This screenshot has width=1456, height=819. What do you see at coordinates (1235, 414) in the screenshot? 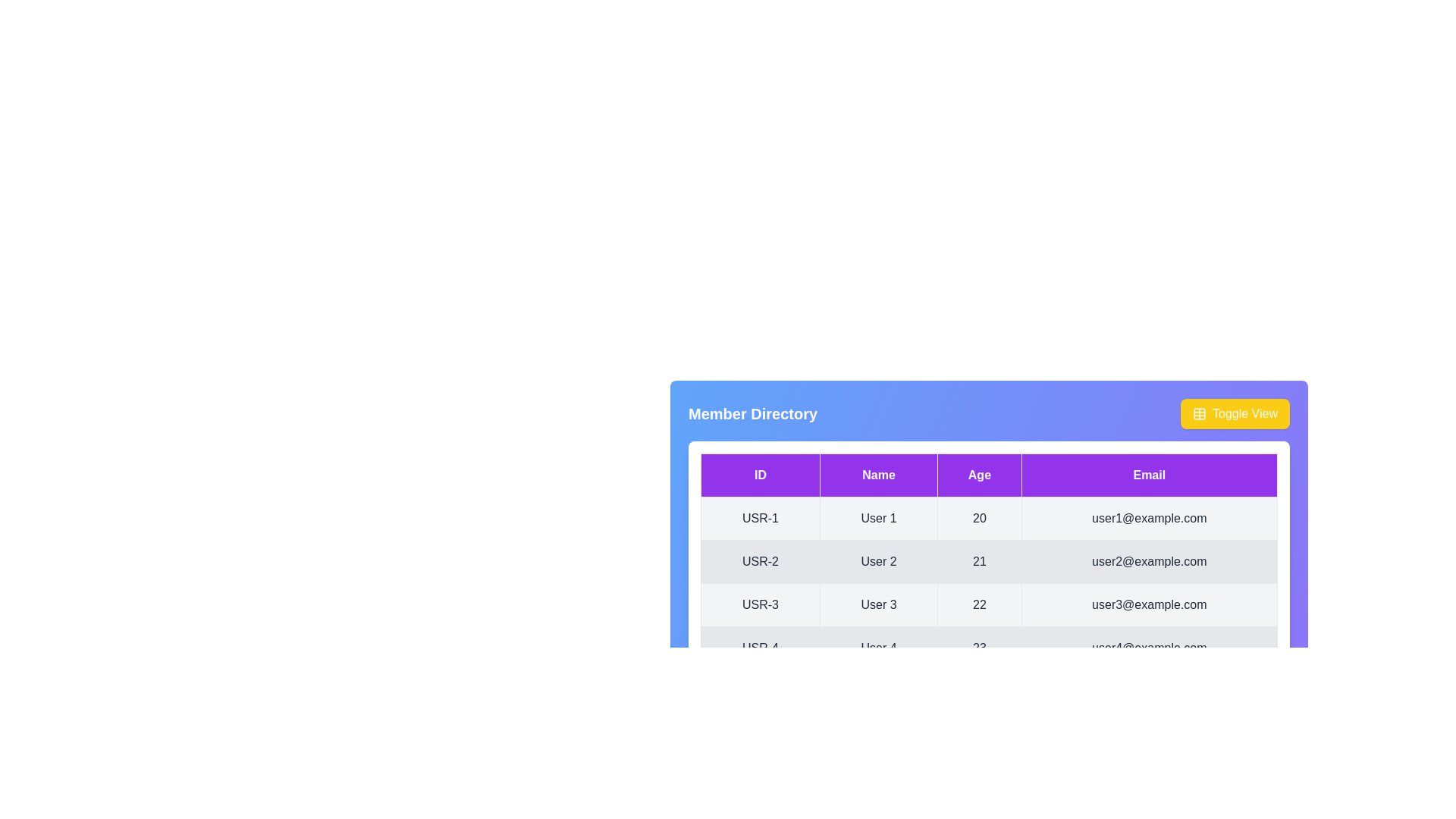
I see `'Toggle View' button to toggle the visibility of the table view` at bounding box center [1235, 414].